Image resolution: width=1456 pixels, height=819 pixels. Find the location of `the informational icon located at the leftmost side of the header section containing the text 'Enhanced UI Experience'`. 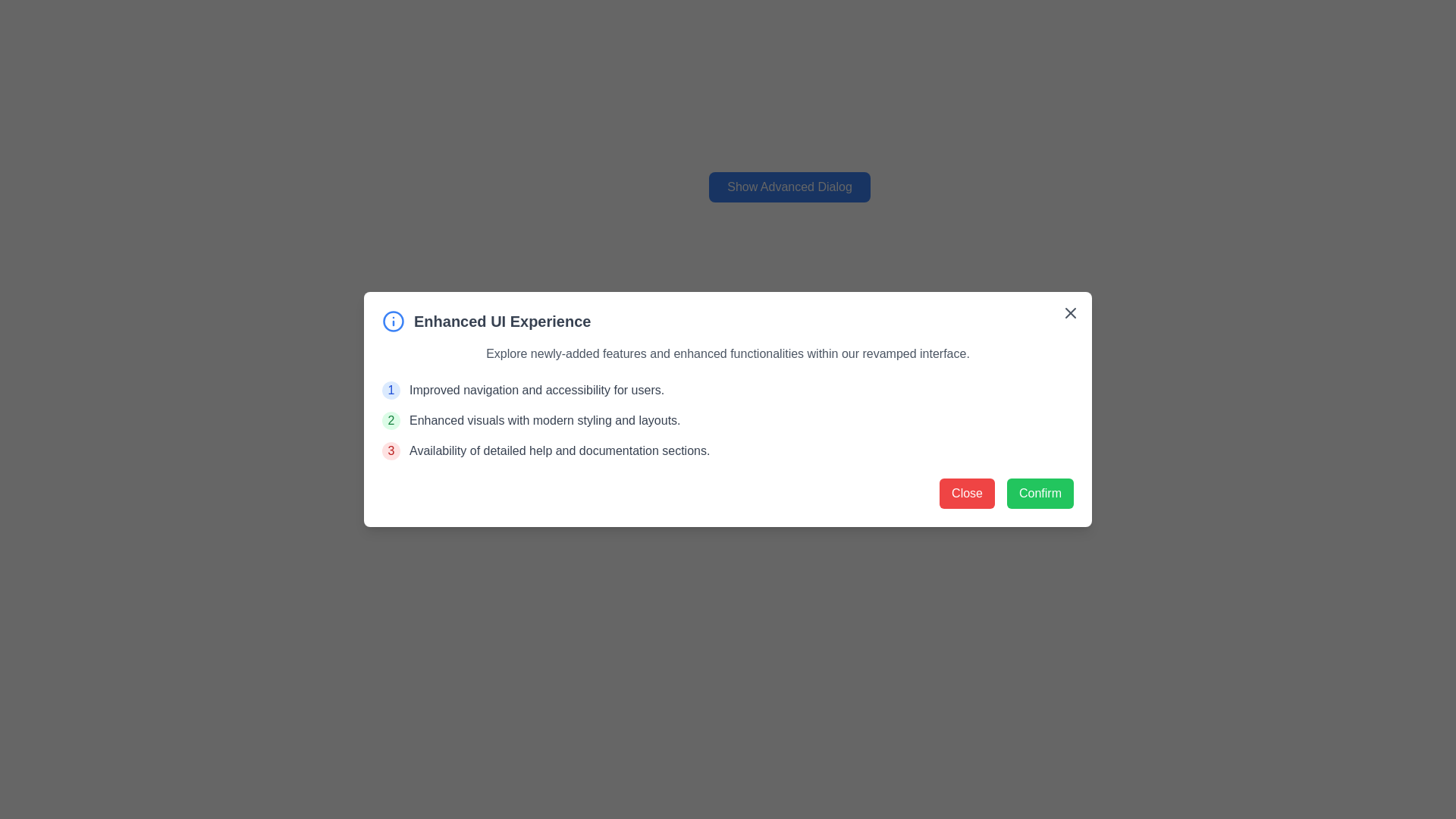

the informational icon located at the leftmost side of the header section containing the text 'Enhanced UI Experience' is located at coordinates (393, 321).